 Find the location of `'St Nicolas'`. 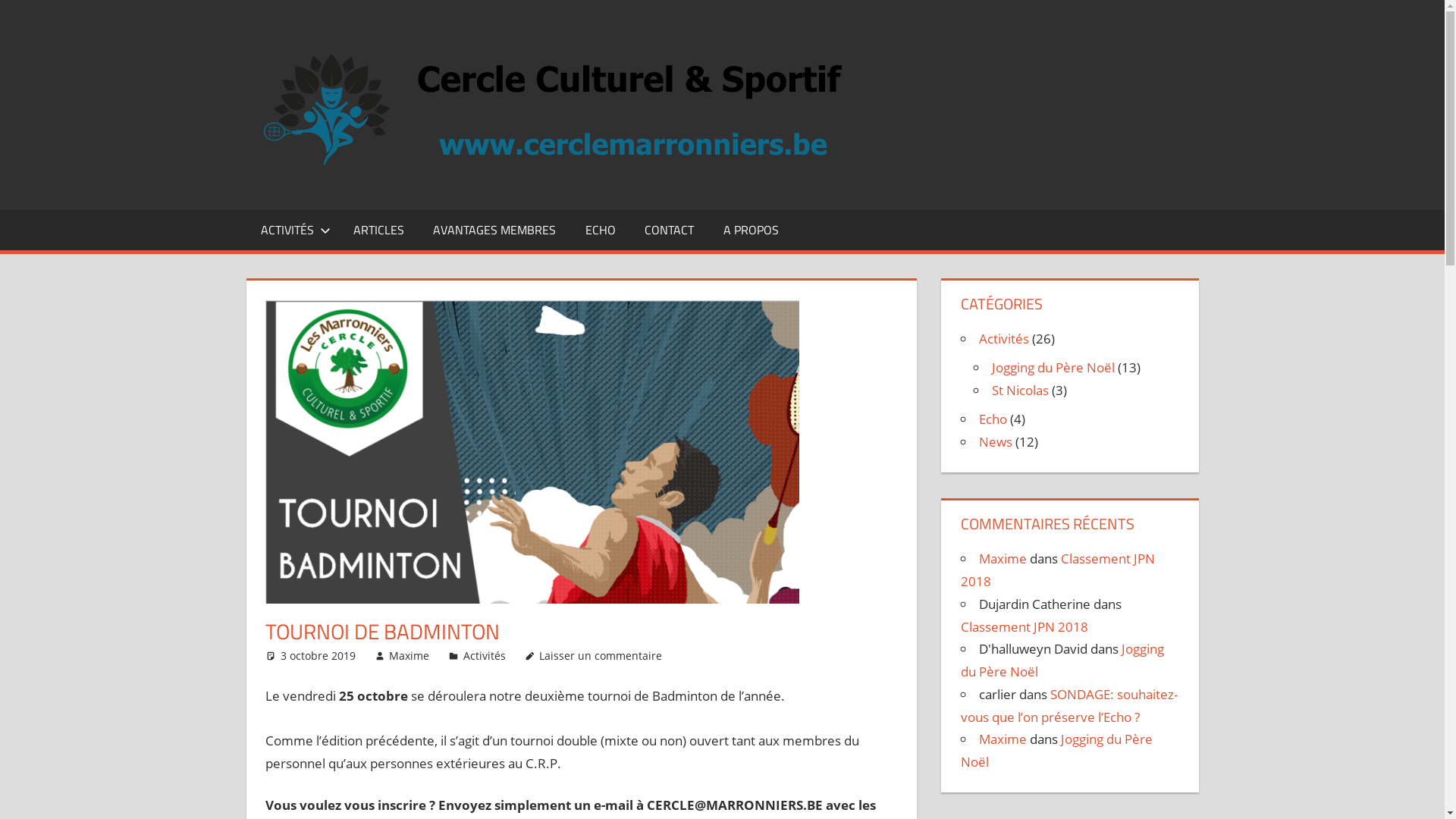

'St Nicolas' is located at coordinates (992, 389).